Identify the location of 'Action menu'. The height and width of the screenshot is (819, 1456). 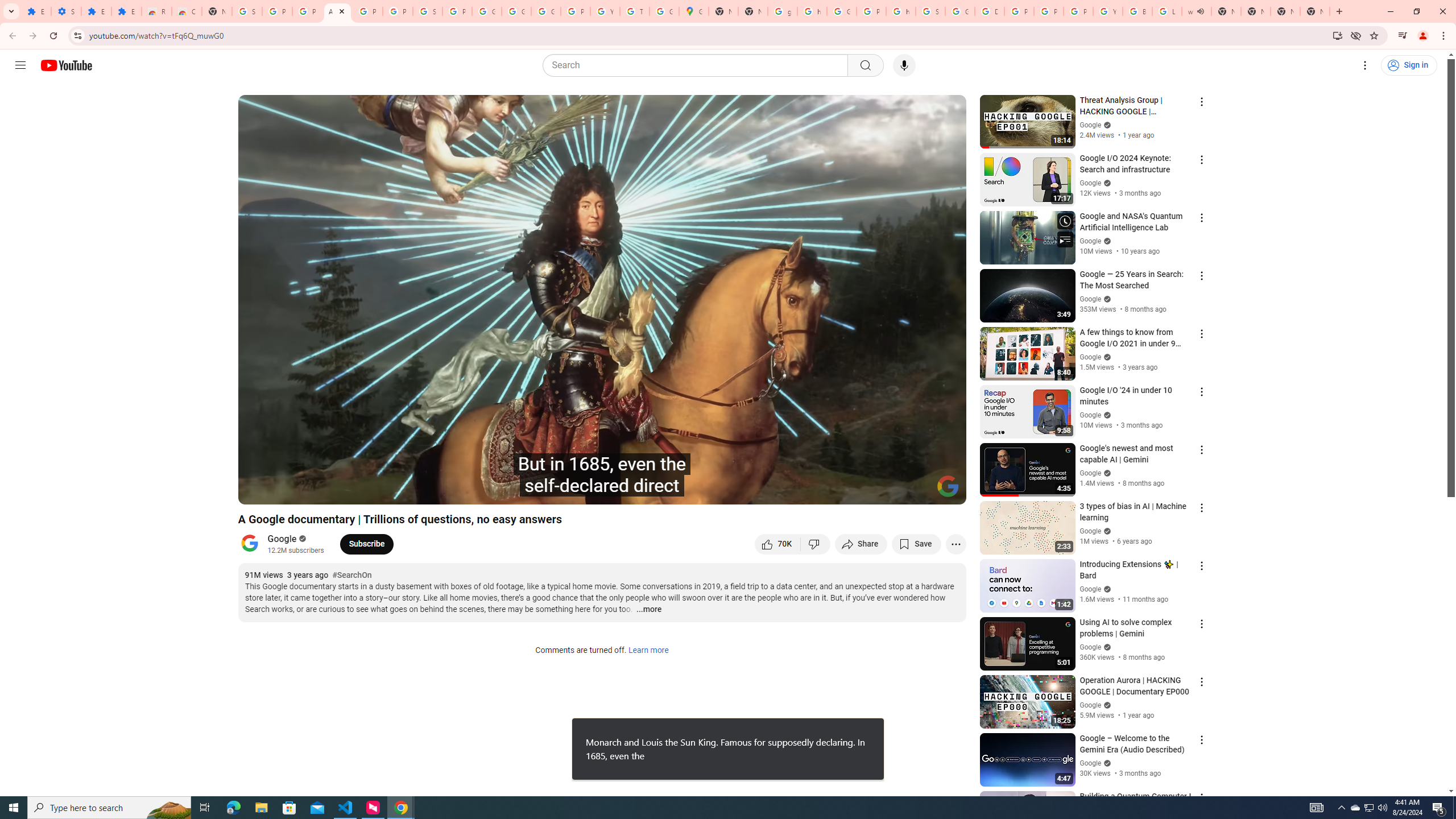
(1201, 797).